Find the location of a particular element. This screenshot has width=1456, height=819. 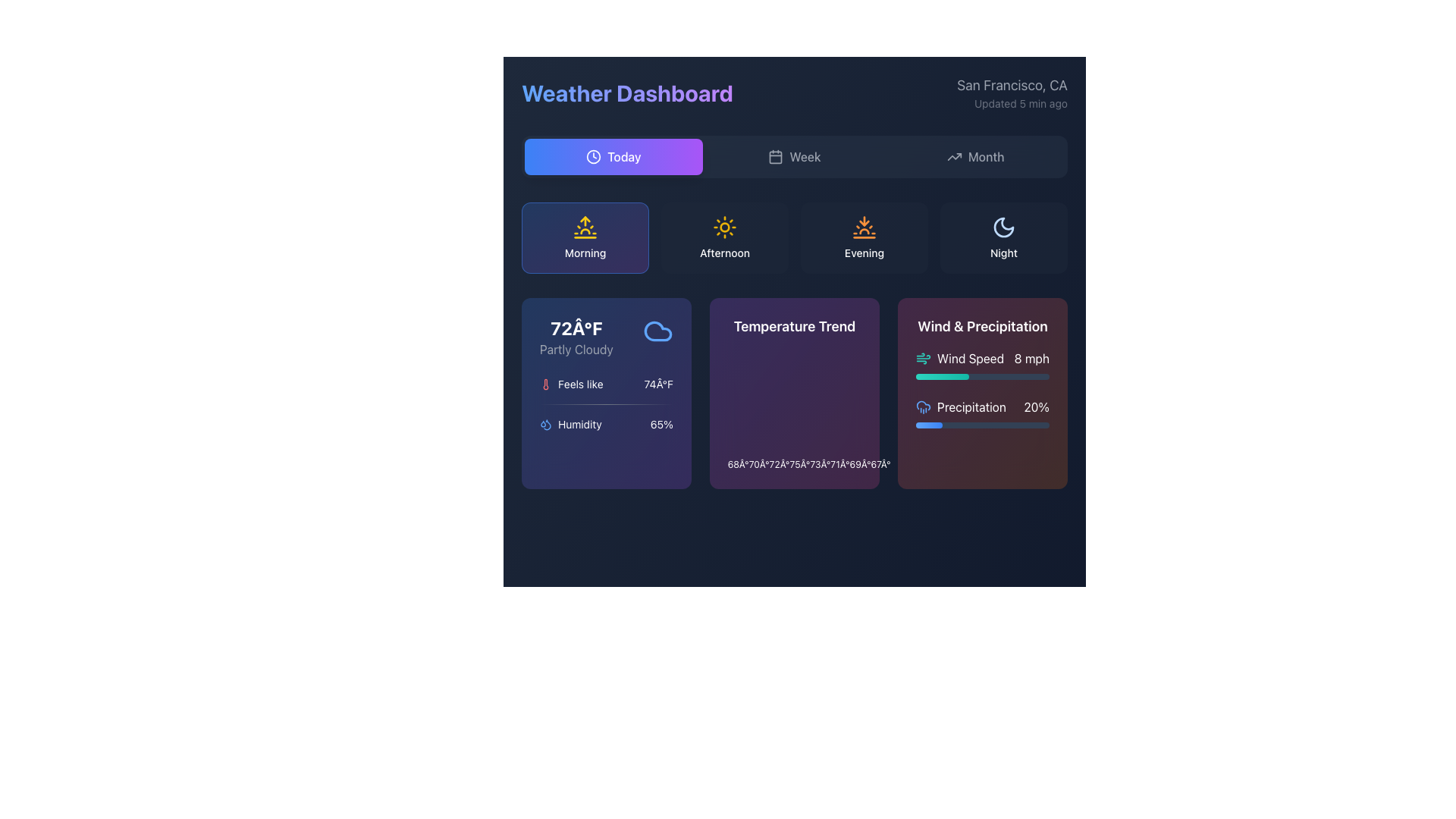

the graphical data representation component that visually indicates a specific temperature value, located as the eighth entry in the temperature list within the 'Temperature Trend' section is located at coordinates (880, 461).